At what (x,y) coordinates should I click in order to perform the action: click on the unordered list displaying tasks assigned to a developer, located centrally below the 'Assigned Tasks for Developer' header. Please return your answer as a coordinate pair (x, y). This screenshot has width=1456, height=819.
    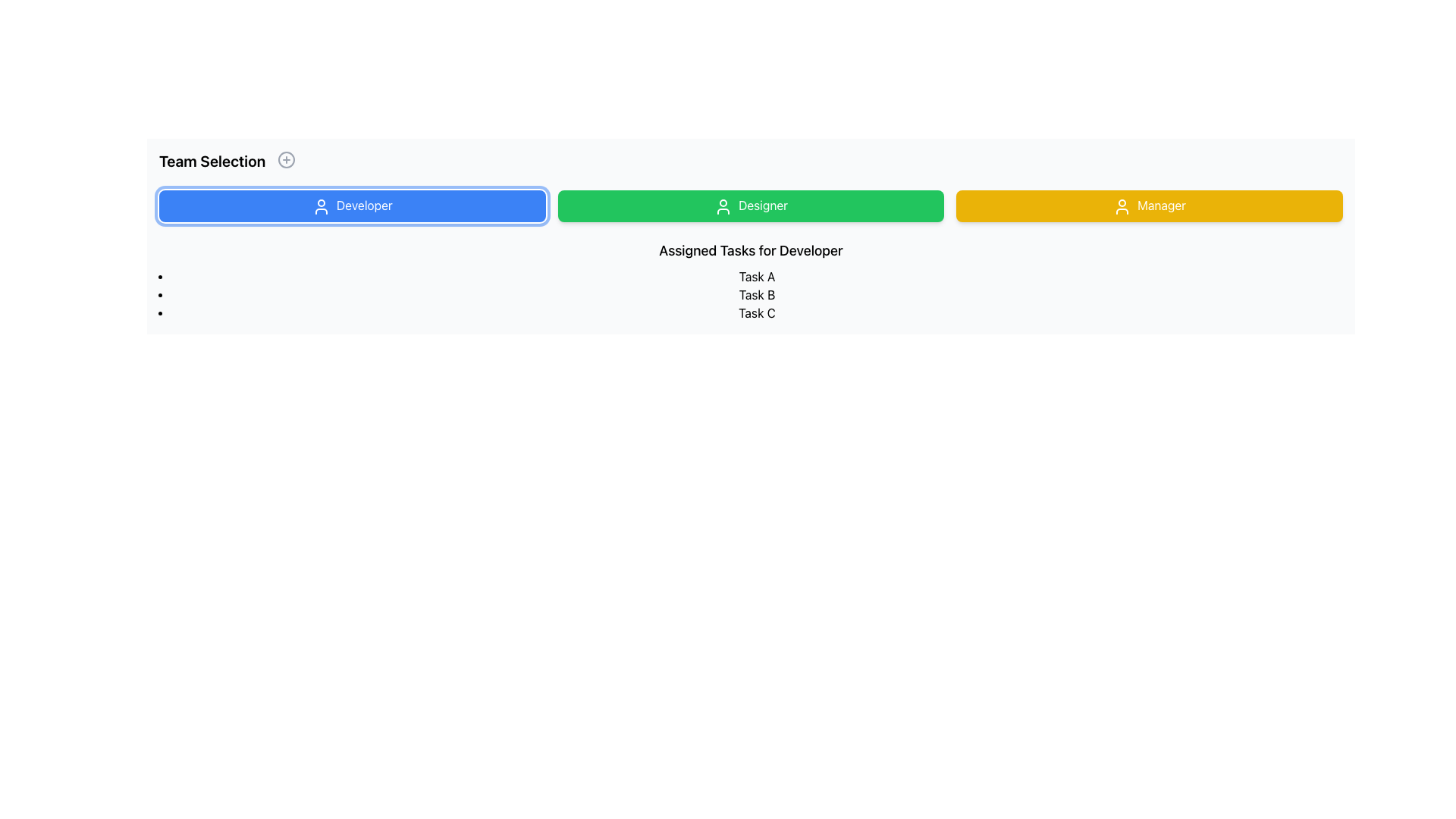
    Looking at the image, I should click on (757, 294).